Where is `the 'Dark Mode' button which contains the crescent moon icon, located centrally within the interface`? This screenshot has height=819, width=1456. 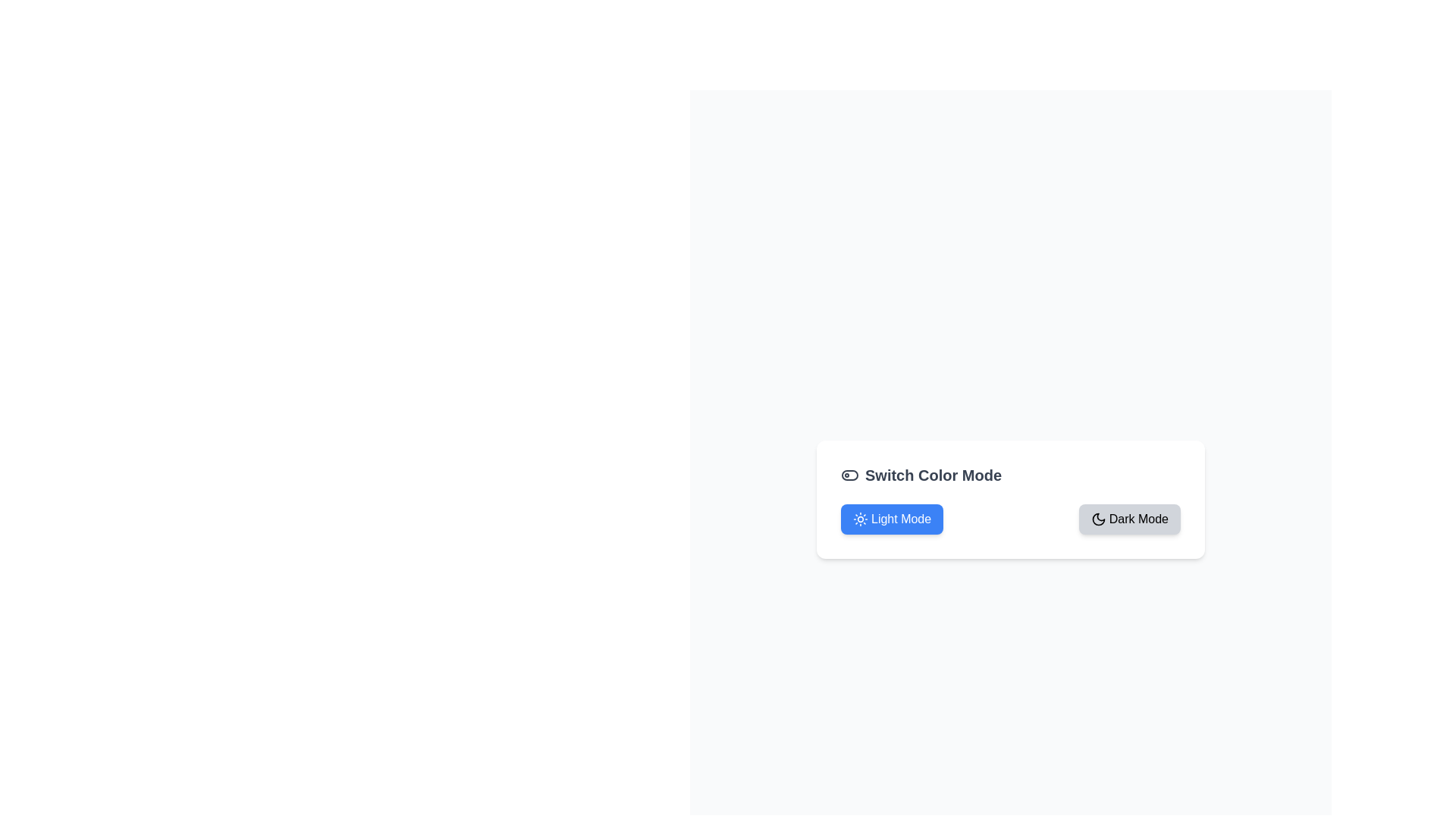 the 'Dark Mode' button which contains the crescent moon icon, located centrally within the interface is located at coordinates (1098, 519).